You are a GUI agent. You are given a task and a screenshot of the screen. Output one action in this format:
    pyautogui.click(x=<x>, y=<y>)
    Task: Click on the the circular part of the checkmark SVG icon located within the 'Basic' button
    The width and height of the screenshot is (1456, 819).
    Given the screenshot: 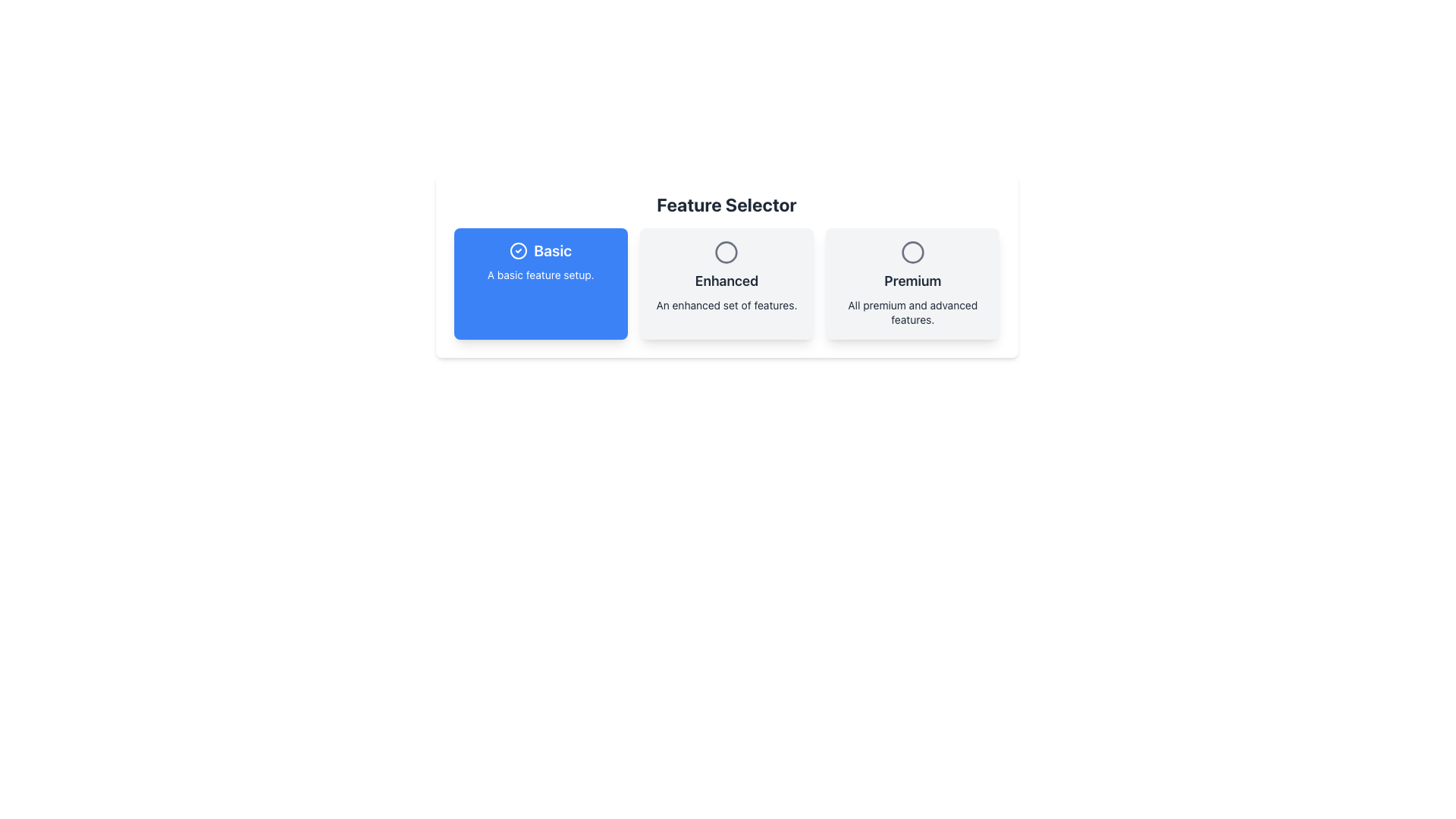 What is the action you would take?
    pyautogui.click(x=519, y=250)
    